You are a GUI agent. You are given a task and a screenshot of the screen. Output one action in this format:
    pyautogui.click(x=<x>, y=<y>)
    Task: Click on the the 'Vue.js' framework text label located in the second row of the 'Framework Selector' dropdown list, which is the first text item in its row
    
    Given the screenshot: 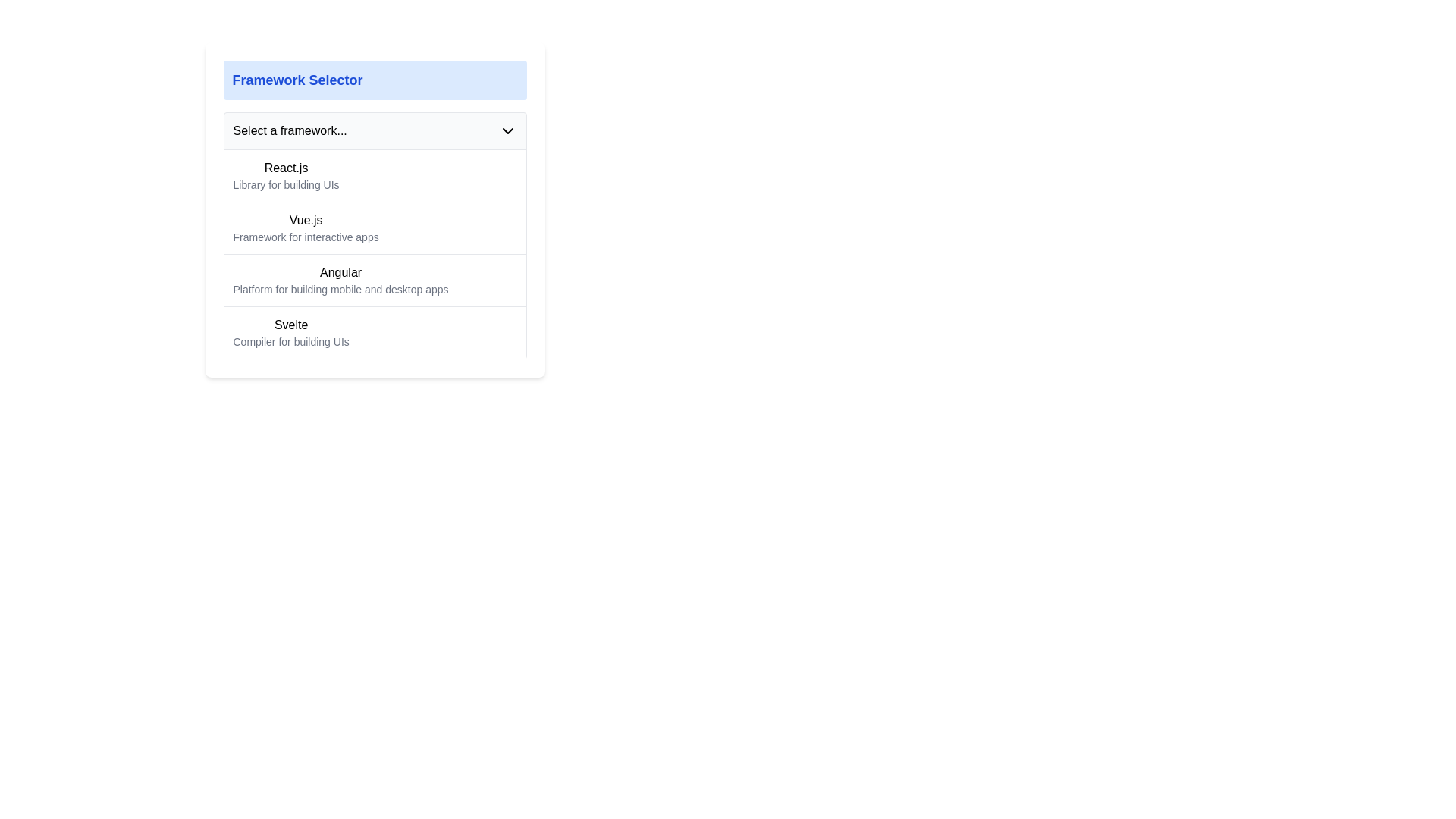 What is the action you would take?
    pyautogui.click(x=305, y=220)
    